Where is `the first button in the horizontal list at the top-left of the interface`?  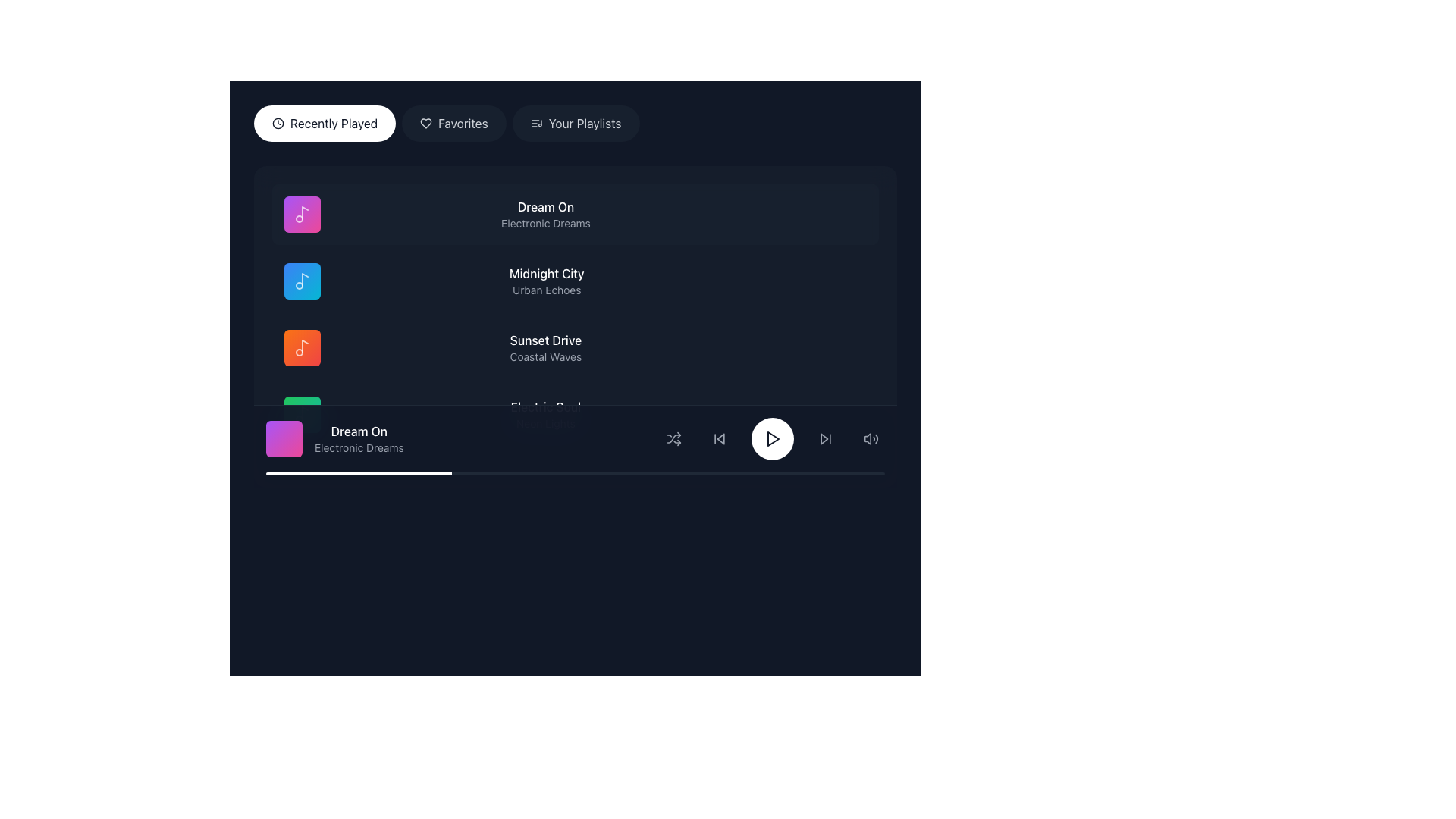 the first button in the horizontal list at the top-left of the interface is located at coordinates (324, 122).